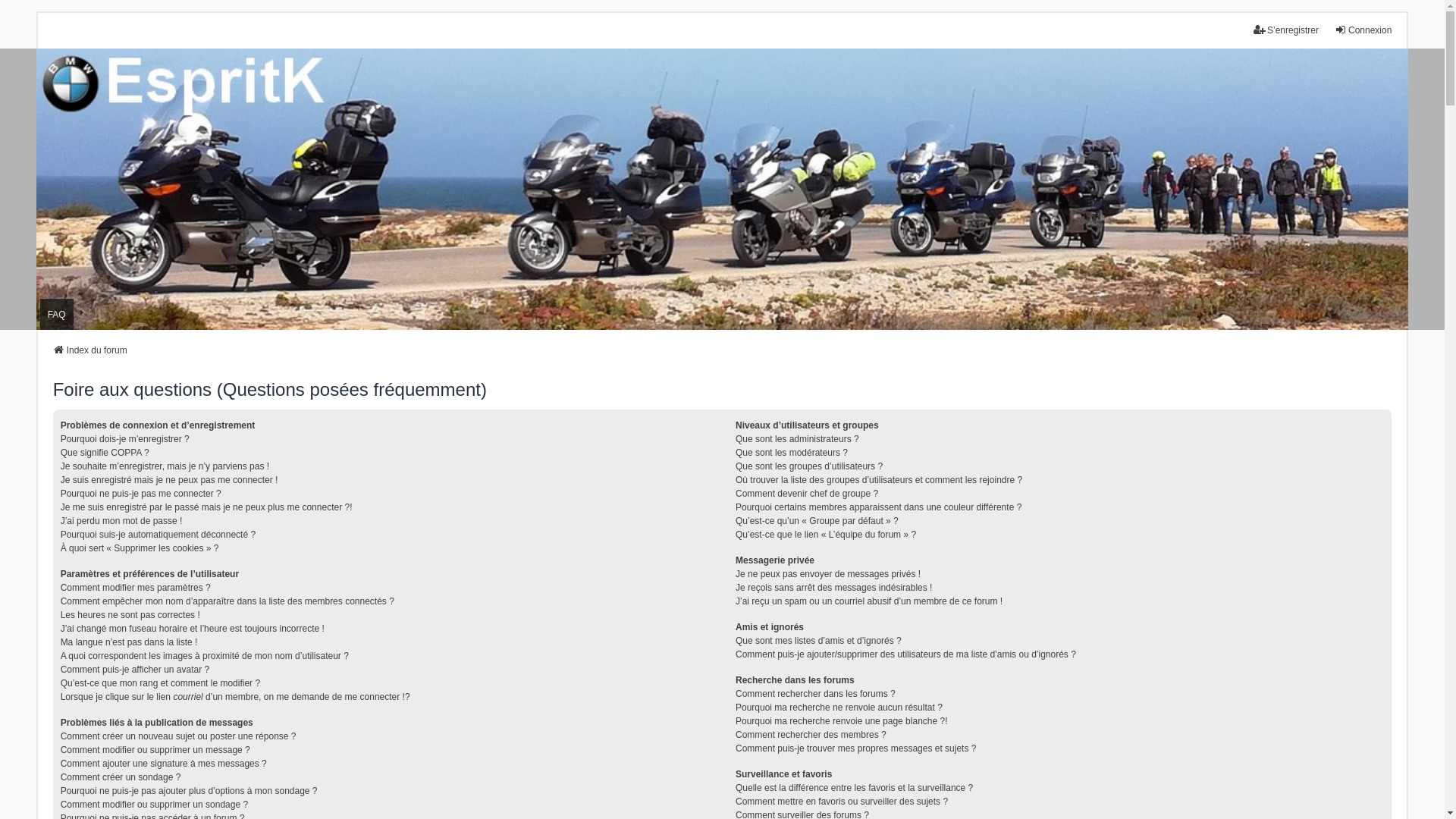  Describe the element at coordinates (855, 748) in the screenshot. I see `'Comment puis-je trouver mes propres messages et sujets ?'` at that location.